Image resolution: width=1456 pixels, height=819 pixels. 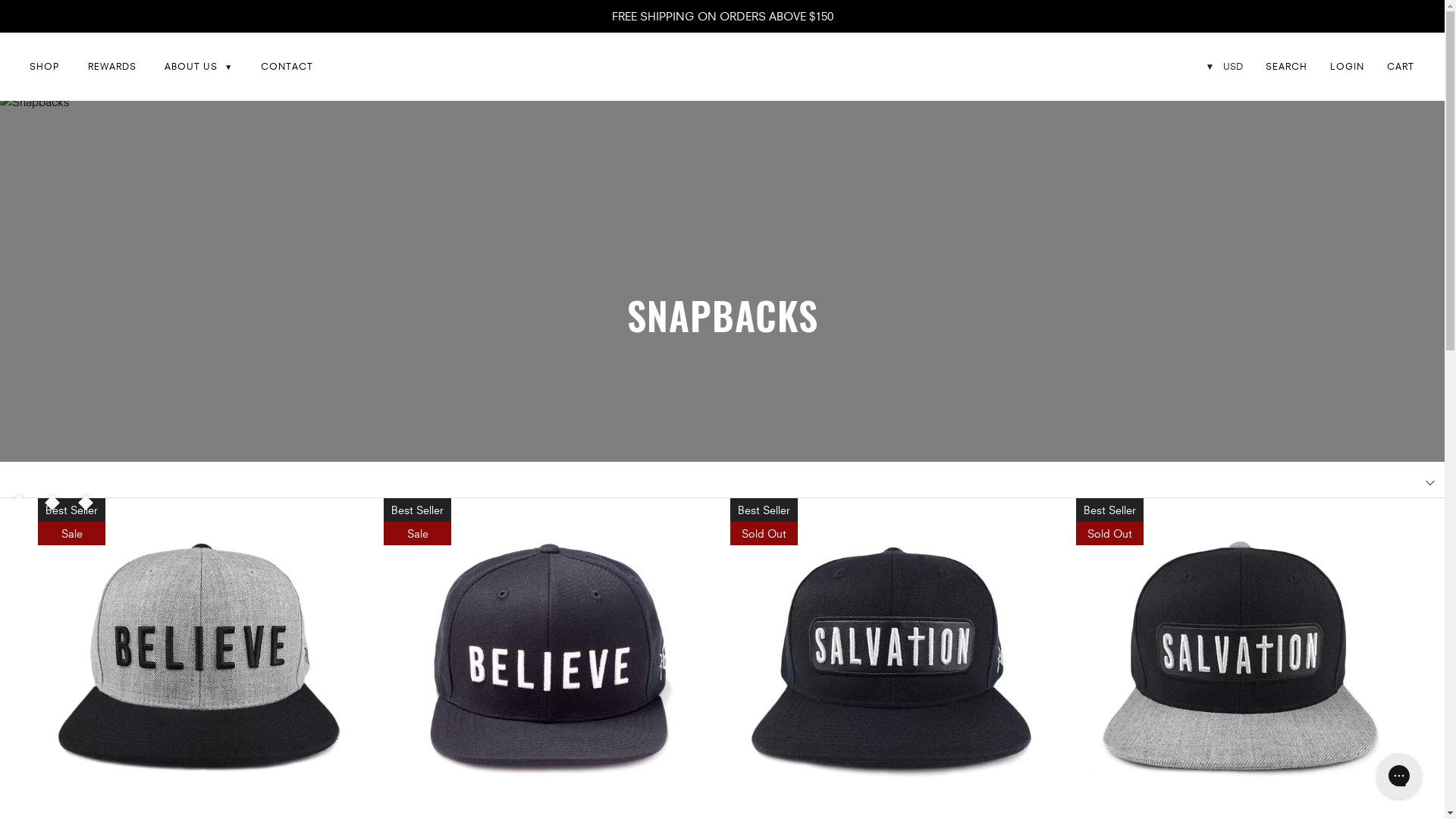 I want to click on 'ABOUT US', so click(x=197, y=66).